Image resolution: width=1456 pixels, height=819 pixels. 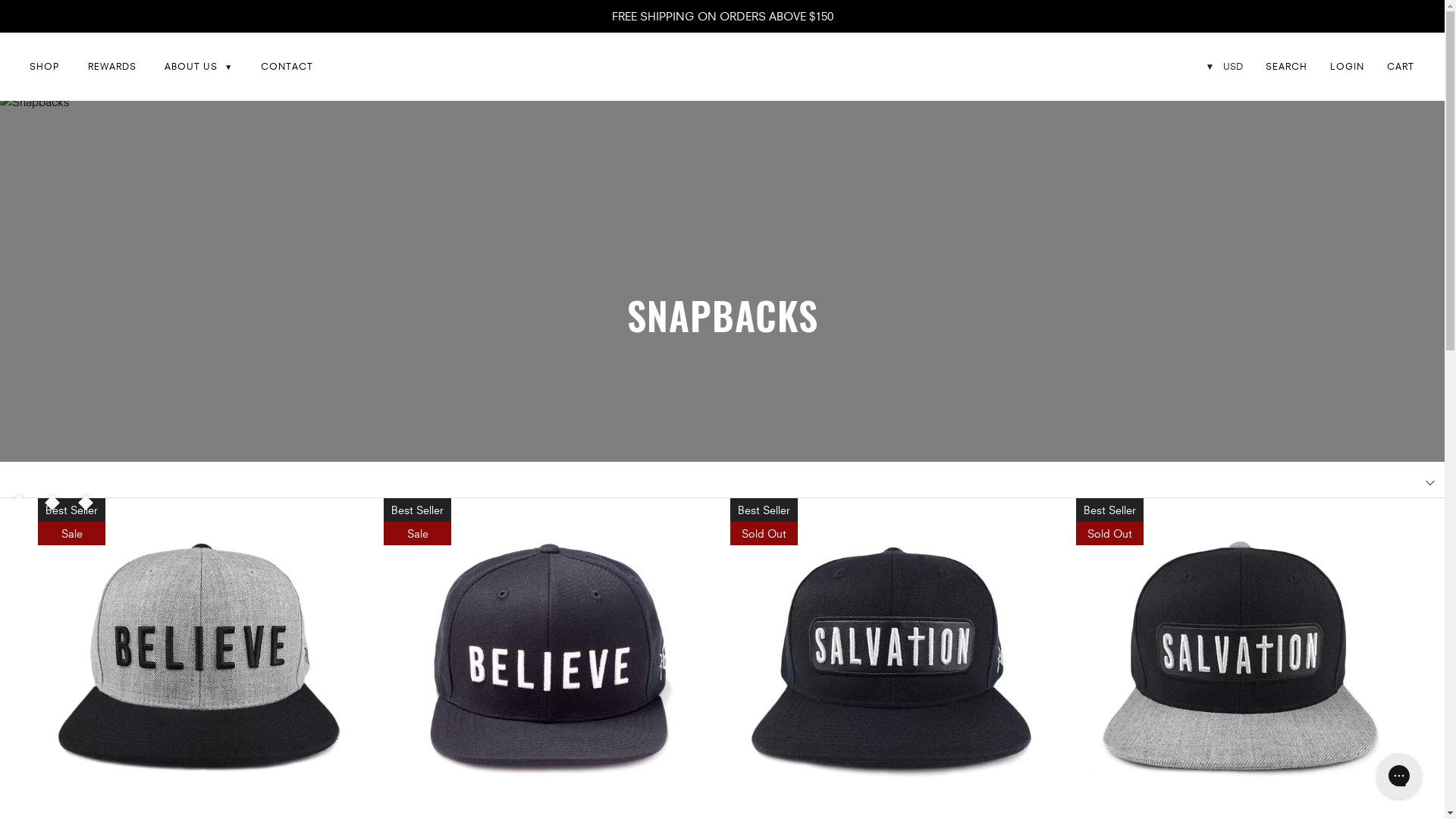 I want to click on 'ABOUT US', so click(x=197, y=66).